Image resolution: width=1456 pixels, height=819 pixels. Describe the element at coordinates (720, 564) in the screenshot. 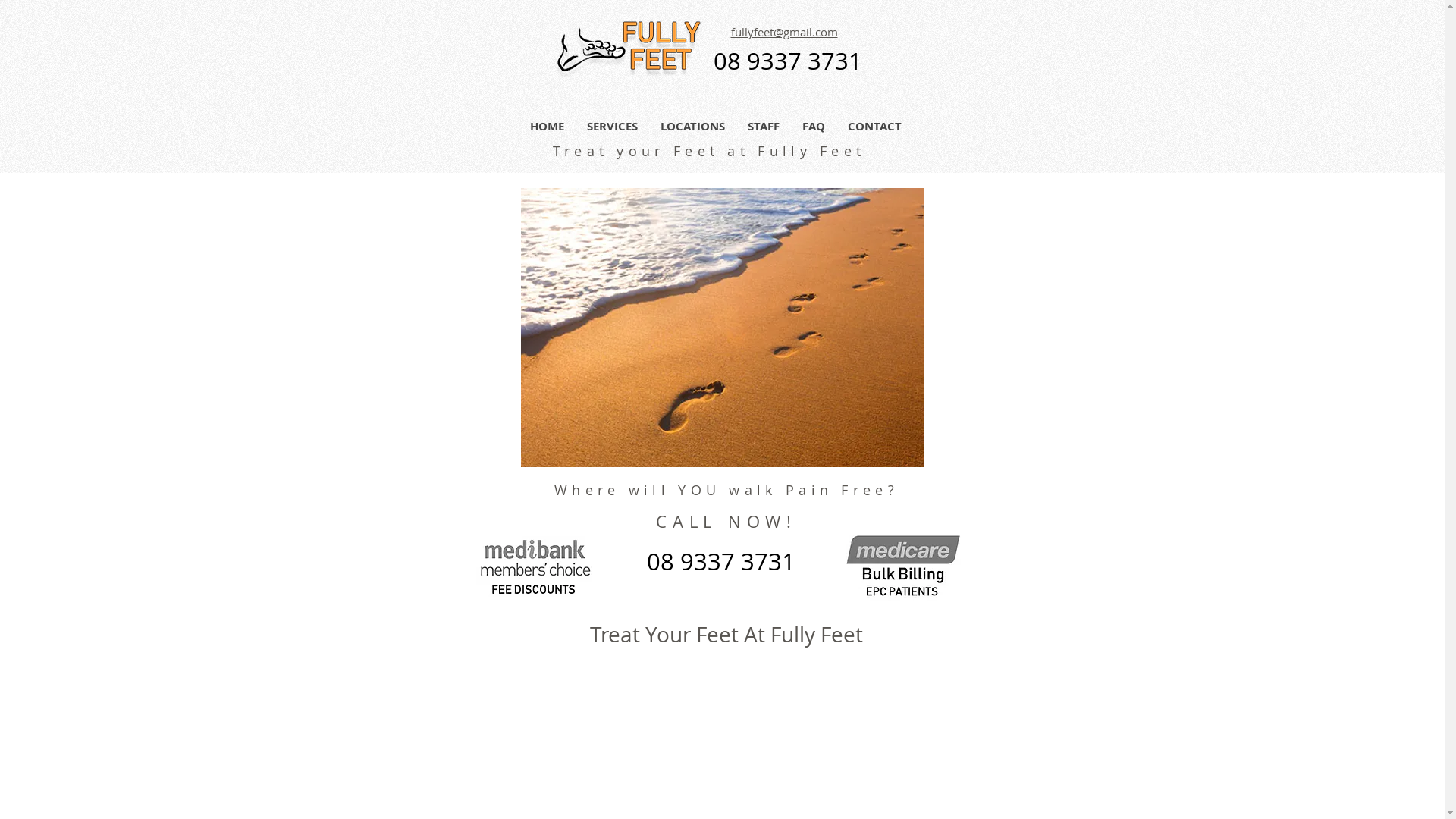

I see `'08 9337 3731'` at that location.